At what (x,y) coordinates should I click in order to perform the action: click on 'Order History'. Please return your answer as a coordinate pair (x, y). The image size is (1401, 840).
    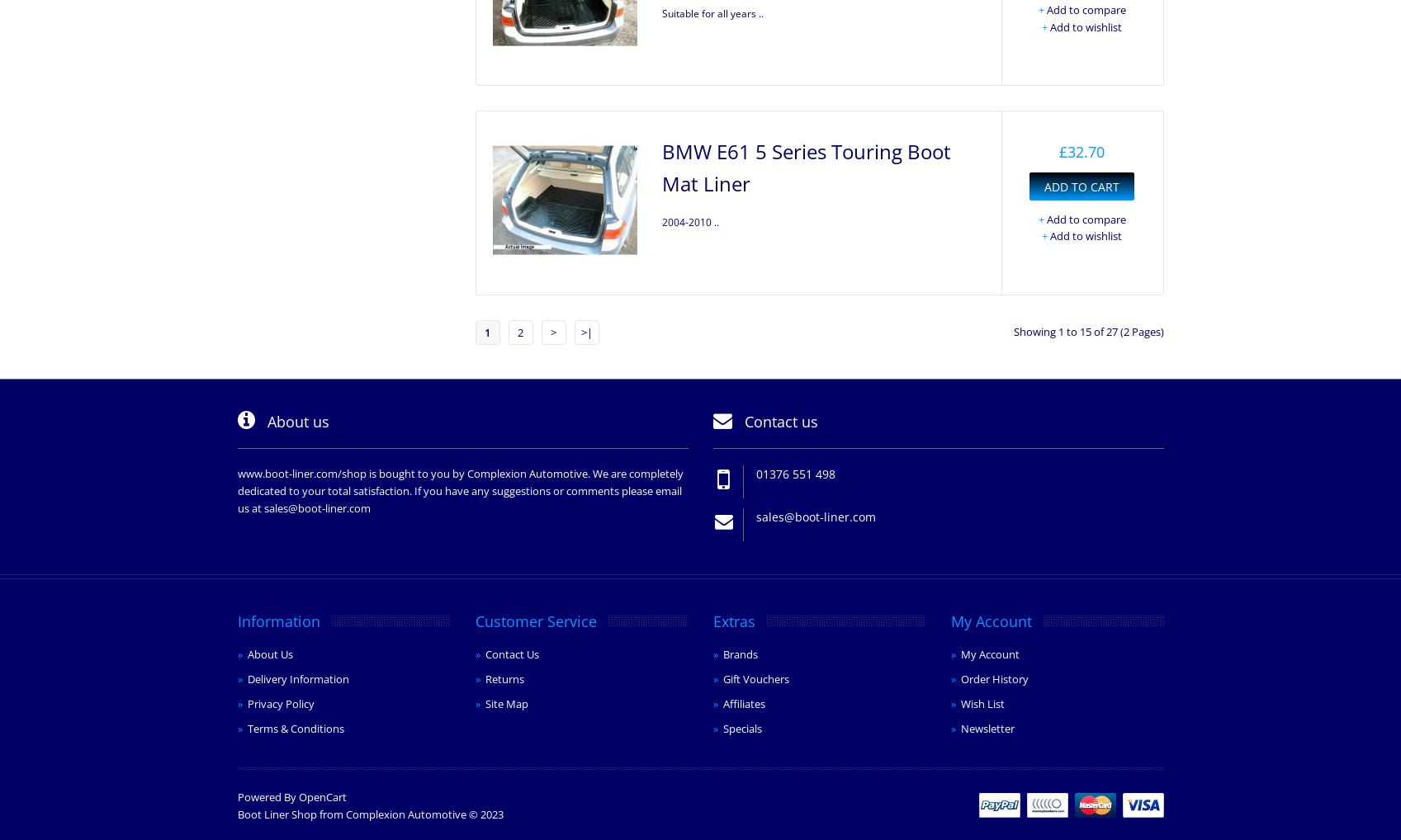
    Looking at the image, I should click on (958, 677).